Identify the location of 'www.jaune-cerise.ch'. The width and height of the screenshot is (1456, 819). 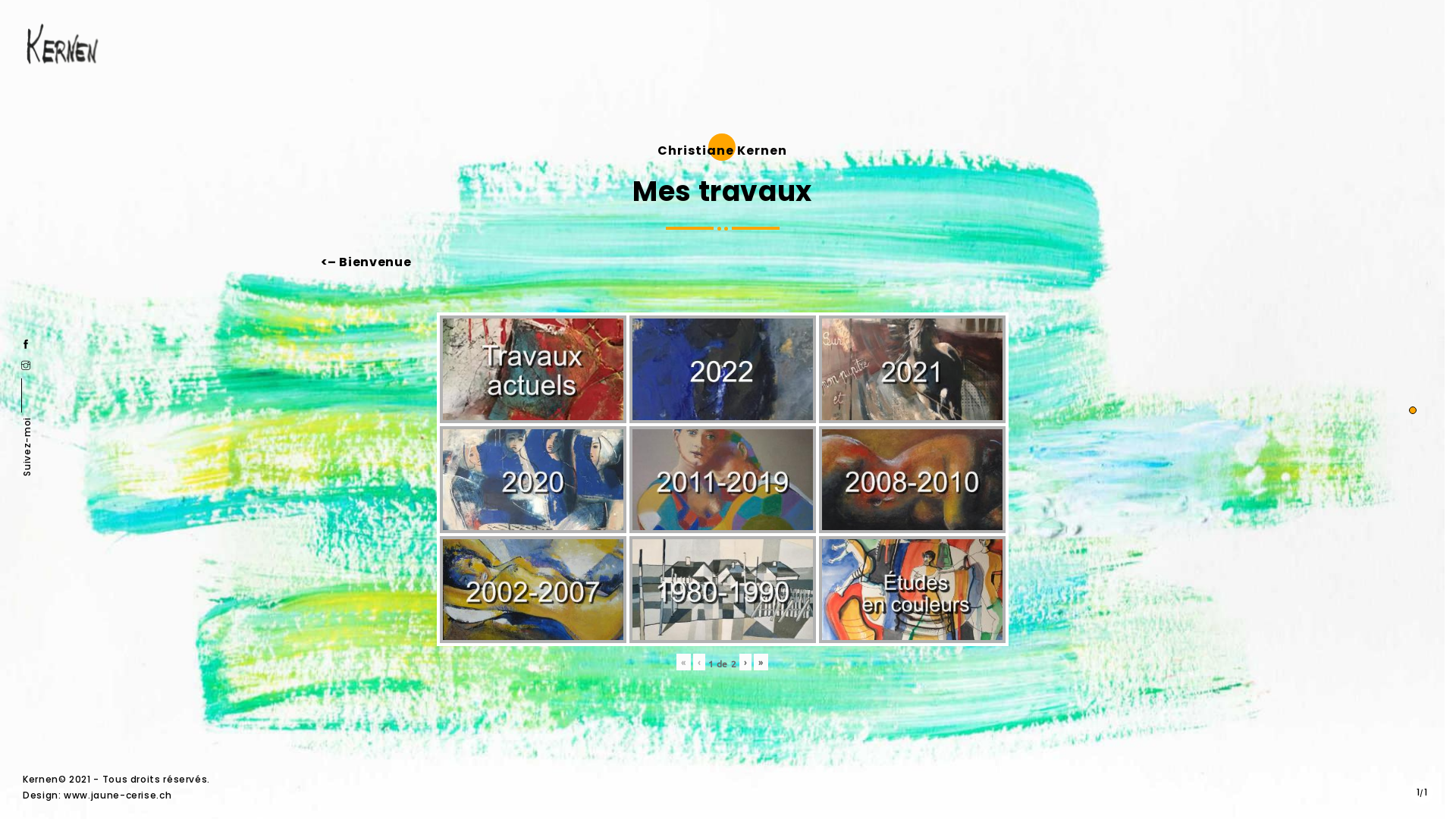
(116, 794).